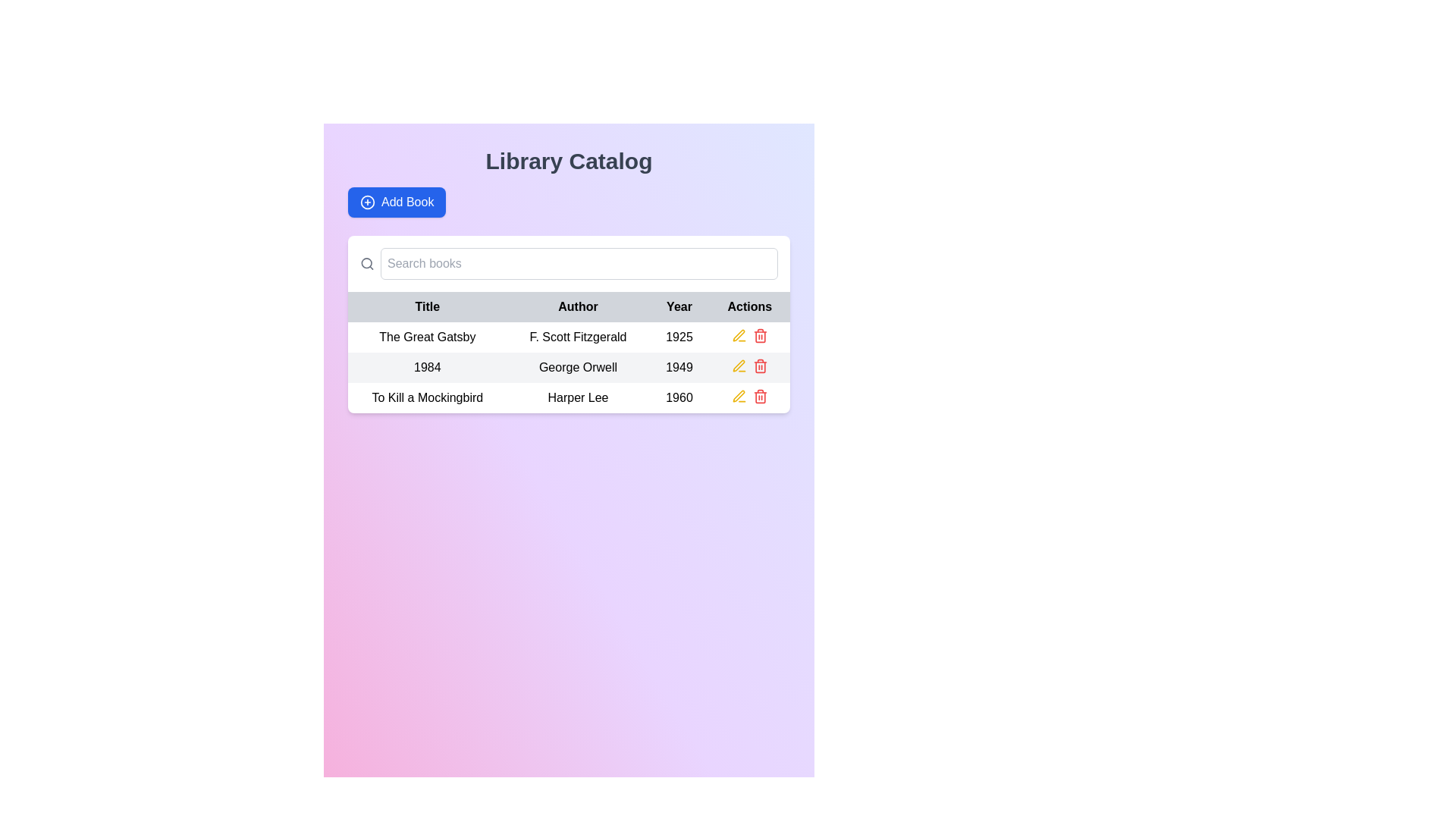 The image size is (1456, 819). I want to click on title, author, and publication year of the book entry for '1984' by 'George Orwell', published in '1949', located in the second row of the book list table, so click(568, 368).